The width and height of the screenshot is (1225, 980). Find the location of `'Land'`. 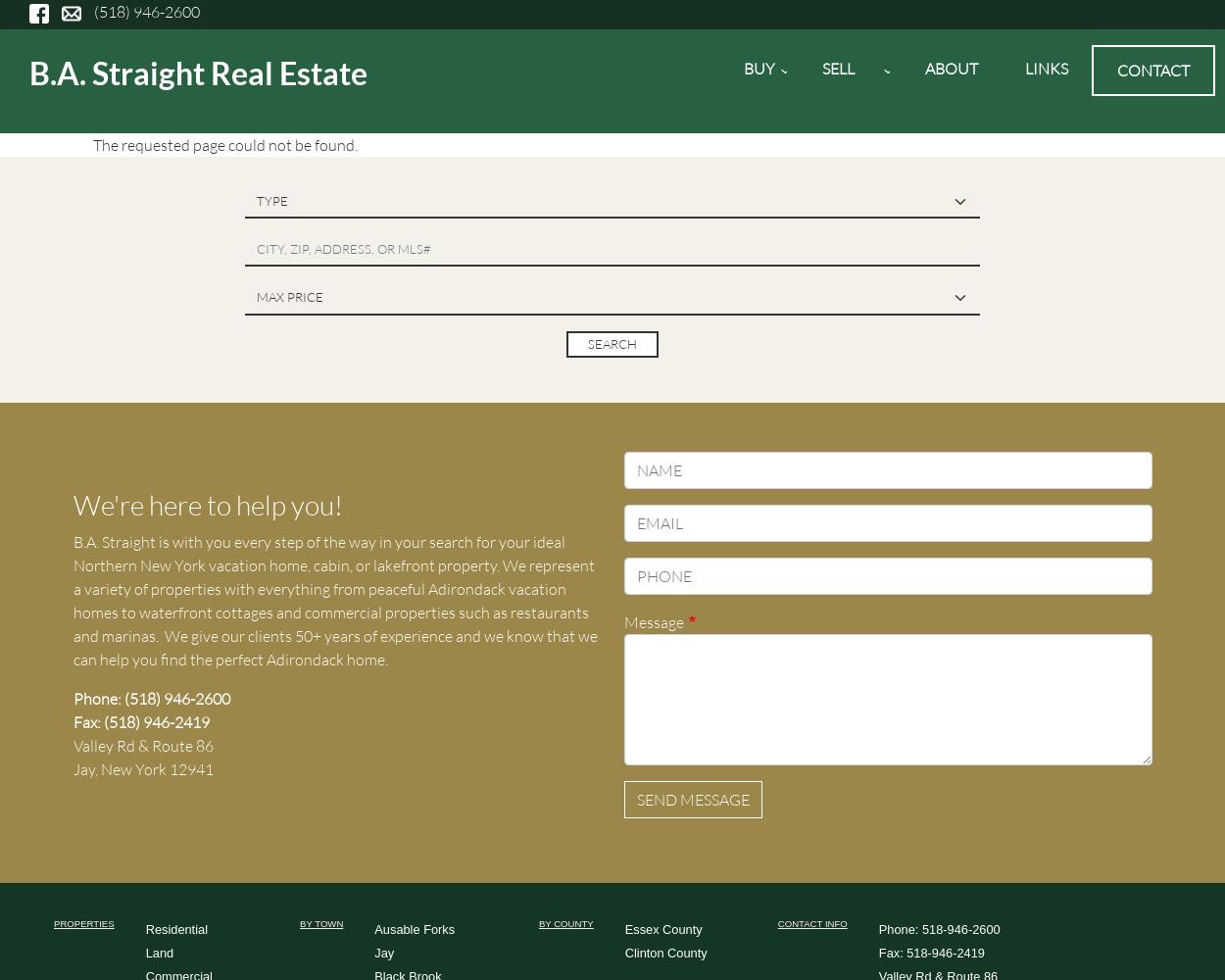

'Land' is located at coordinates (159, 952).